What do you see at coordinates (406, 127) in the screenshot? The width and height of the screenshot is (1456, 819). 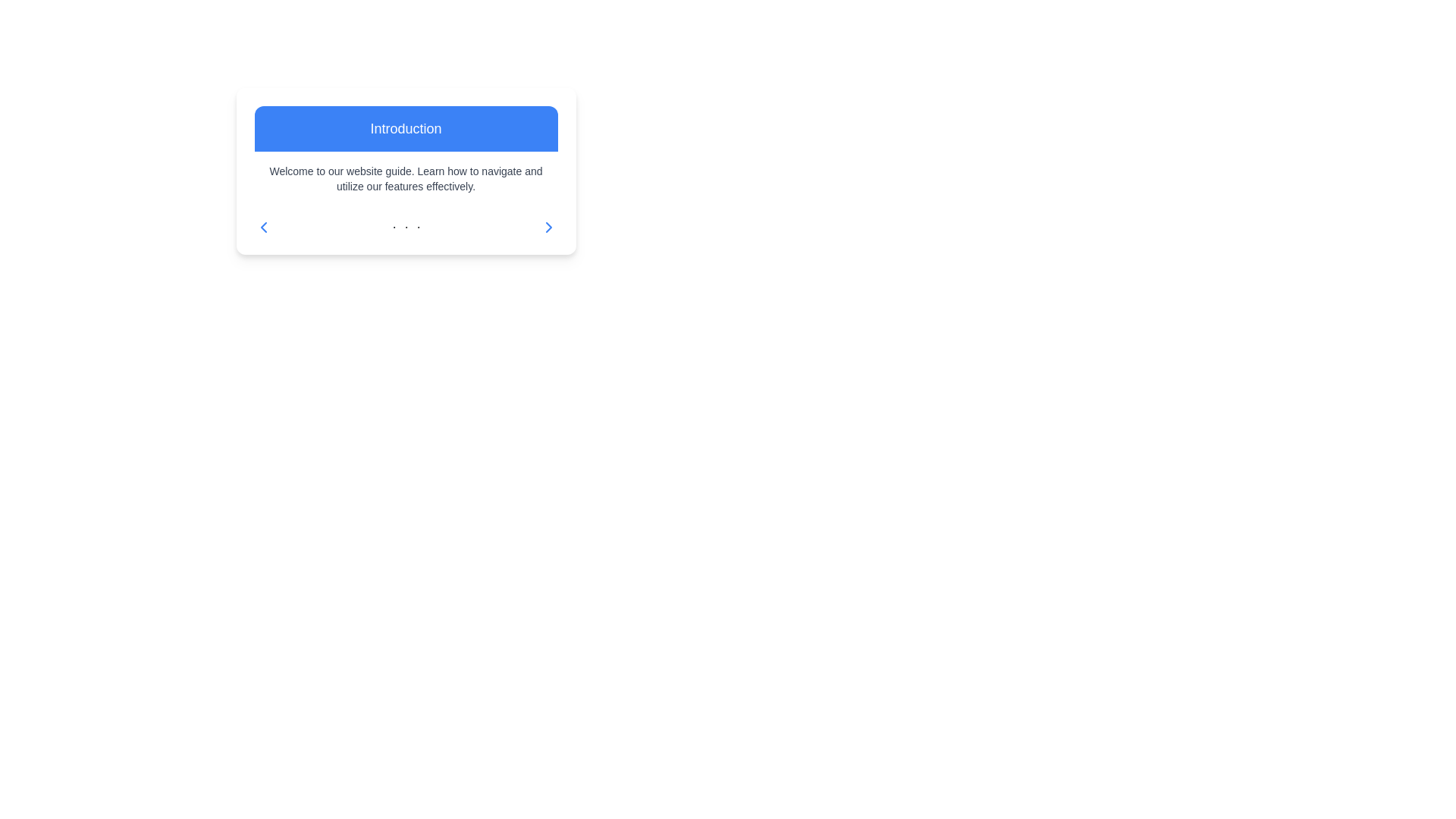 I see `text element that serves as the title or header for the associated content, centrally located in a blue rectangular header zone at the top of a card` at bounding box center [406, 127].